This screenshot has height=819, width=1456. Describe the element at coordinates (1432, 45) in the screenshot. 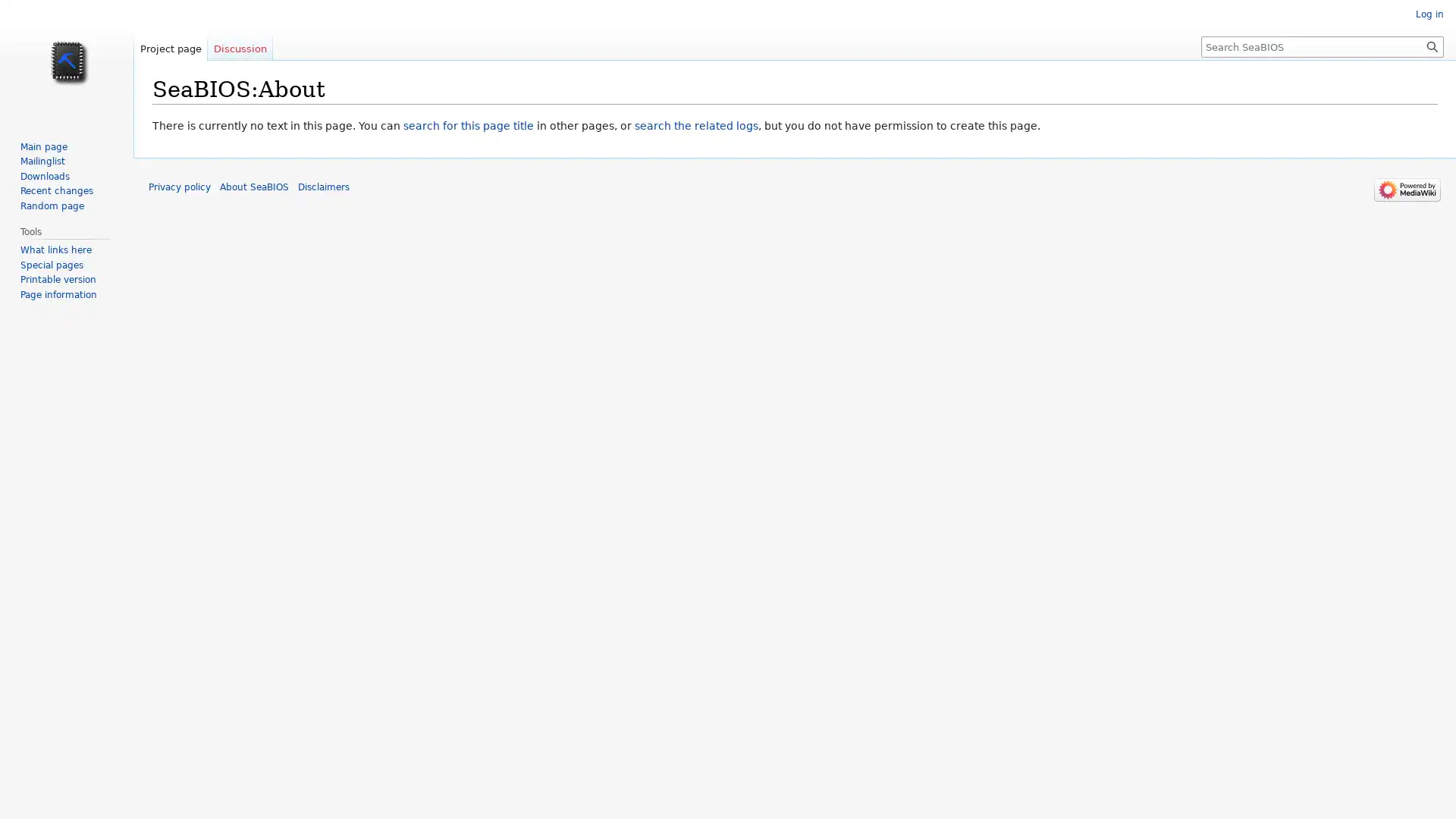

I see `Go` at that location.